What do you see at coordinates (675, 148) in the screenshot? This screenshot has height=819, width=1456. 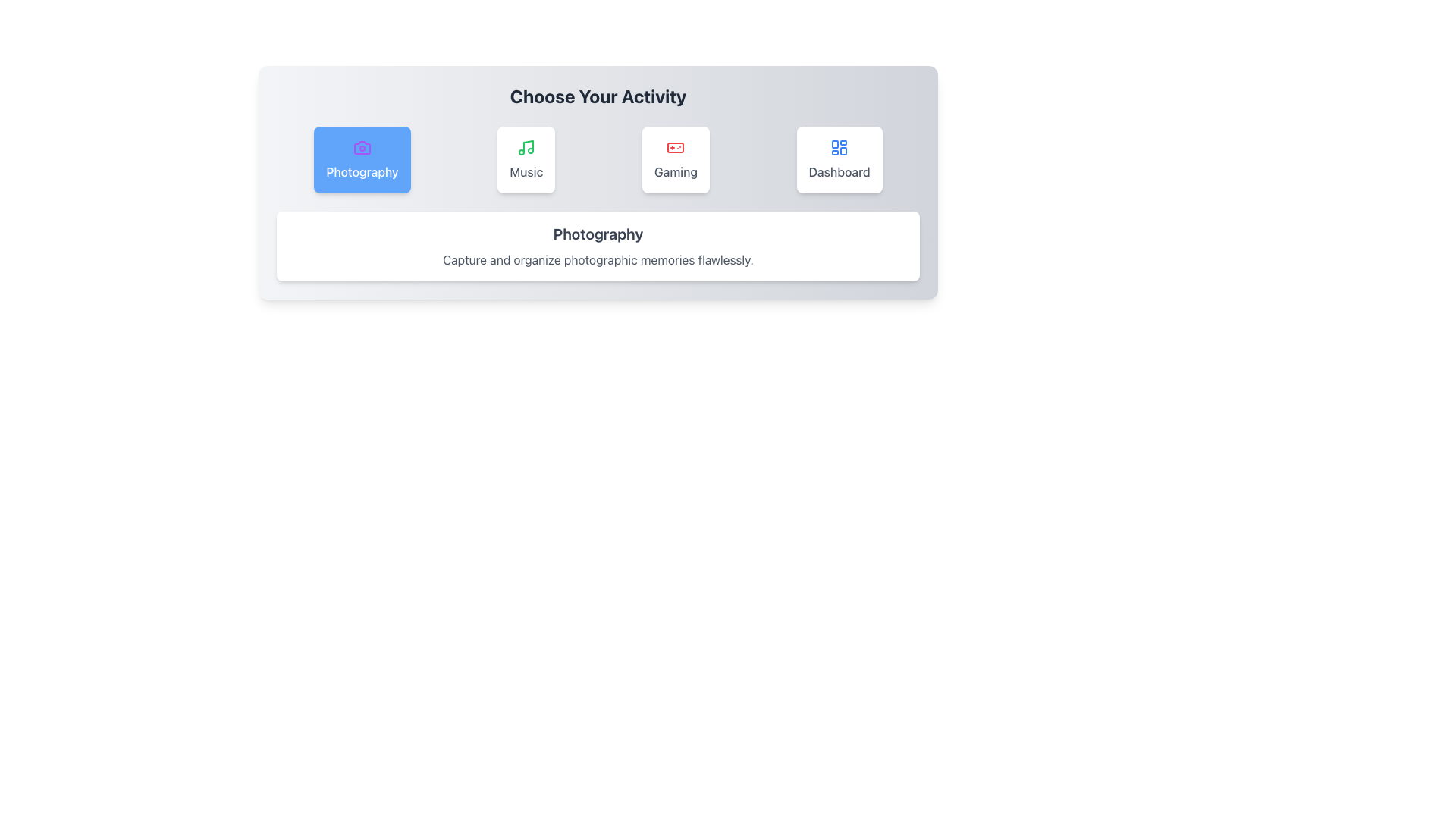 I see `the SVG Rectangle that serves as the primary background shape for the gamepad icon` at bounding box center [675, 148].